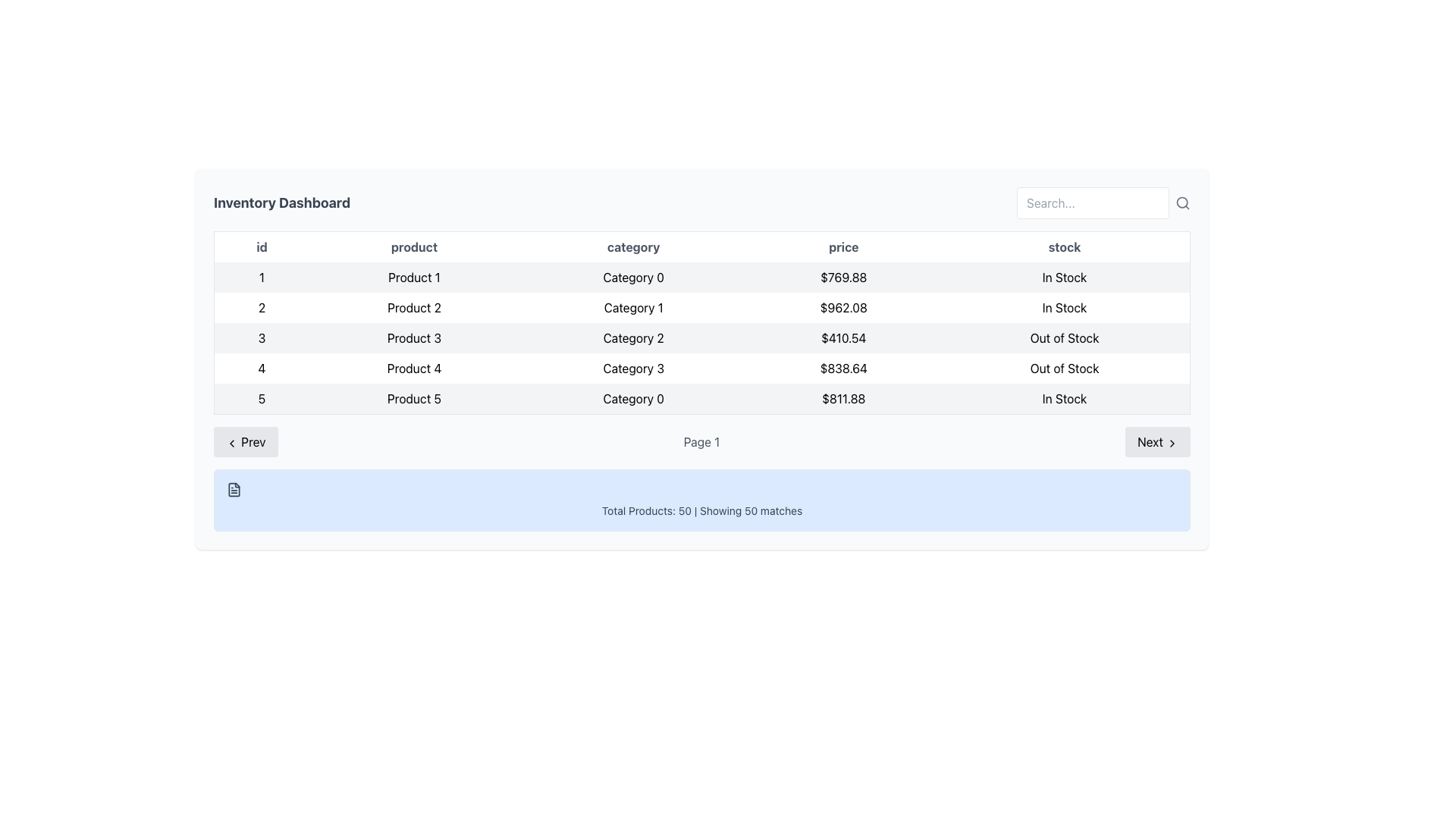 This screenshot has width=1456, height=819. What do you see at coordinates (1182, 202) in the screenshot?
I see `the search icon located directly to the right of the search input field, which visually indicates the search functionality` at bounding box center [1182, 202].